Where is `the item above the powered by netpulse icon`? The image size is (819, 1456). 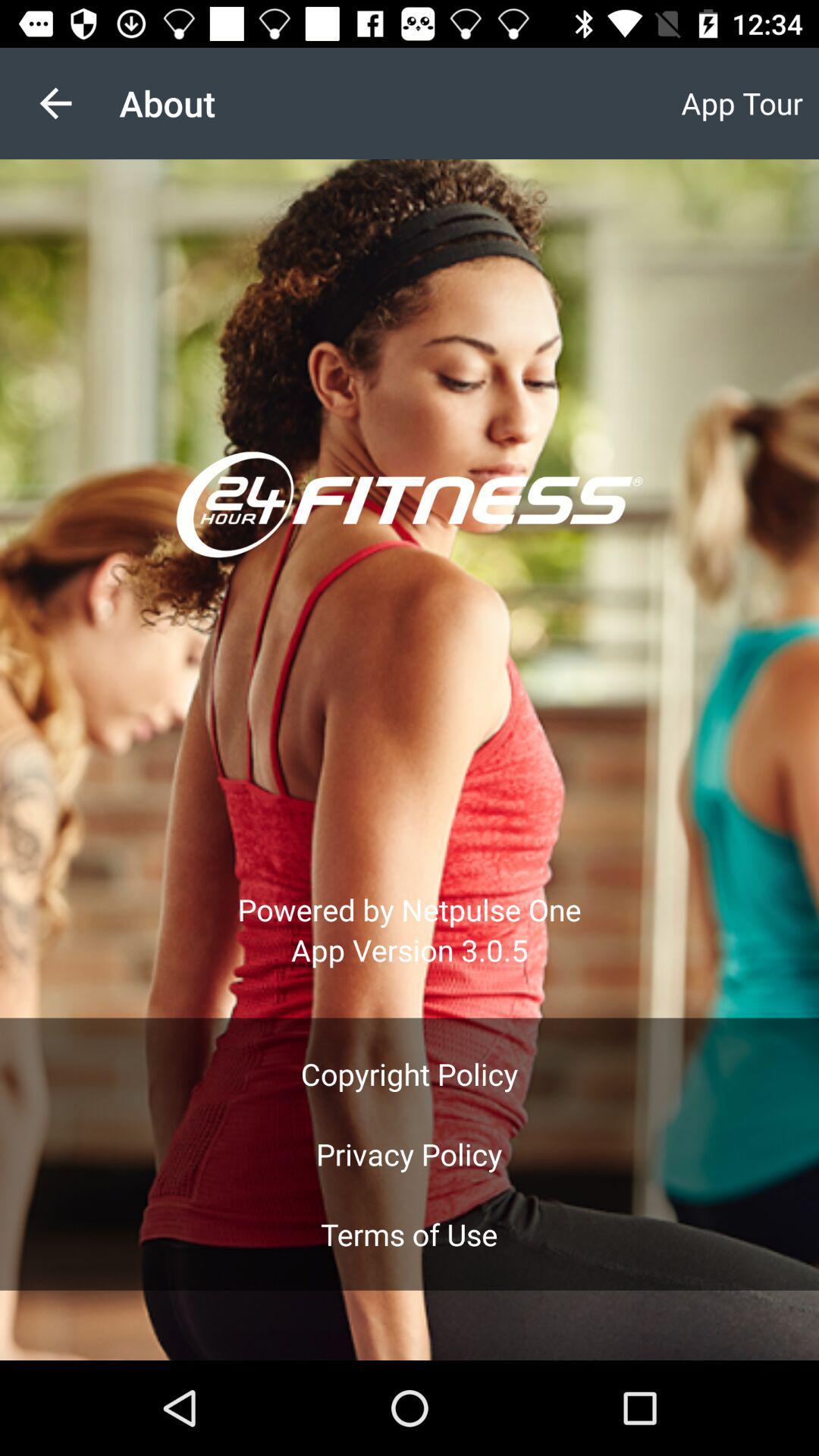
the item above the powered by netpulse icon is located at coordinates (55, 102).